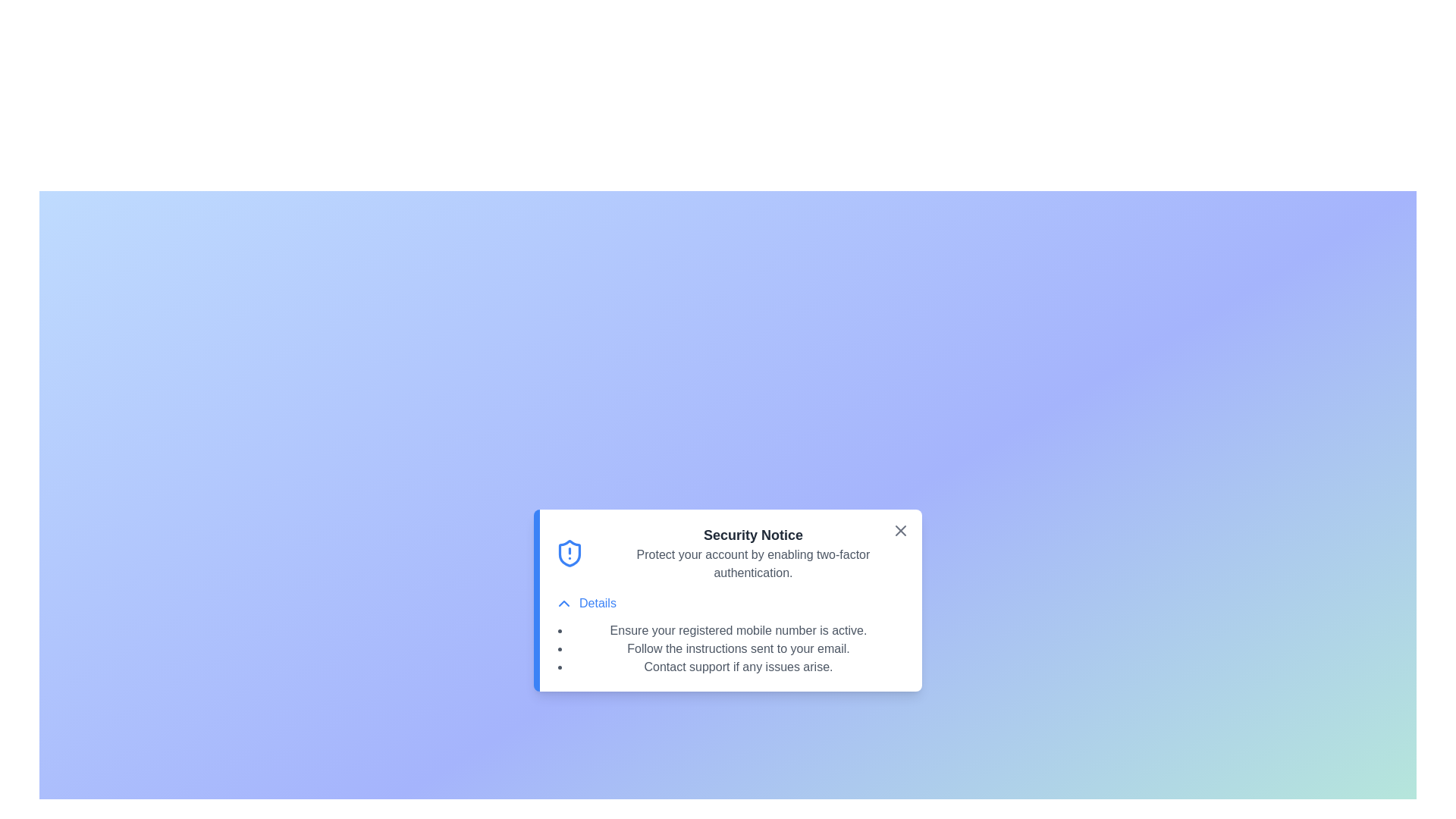 This screenshot has height=819, width=1456. I want to click on the 'Details' button to toggle the visibility of additional information, so click(585, 602).